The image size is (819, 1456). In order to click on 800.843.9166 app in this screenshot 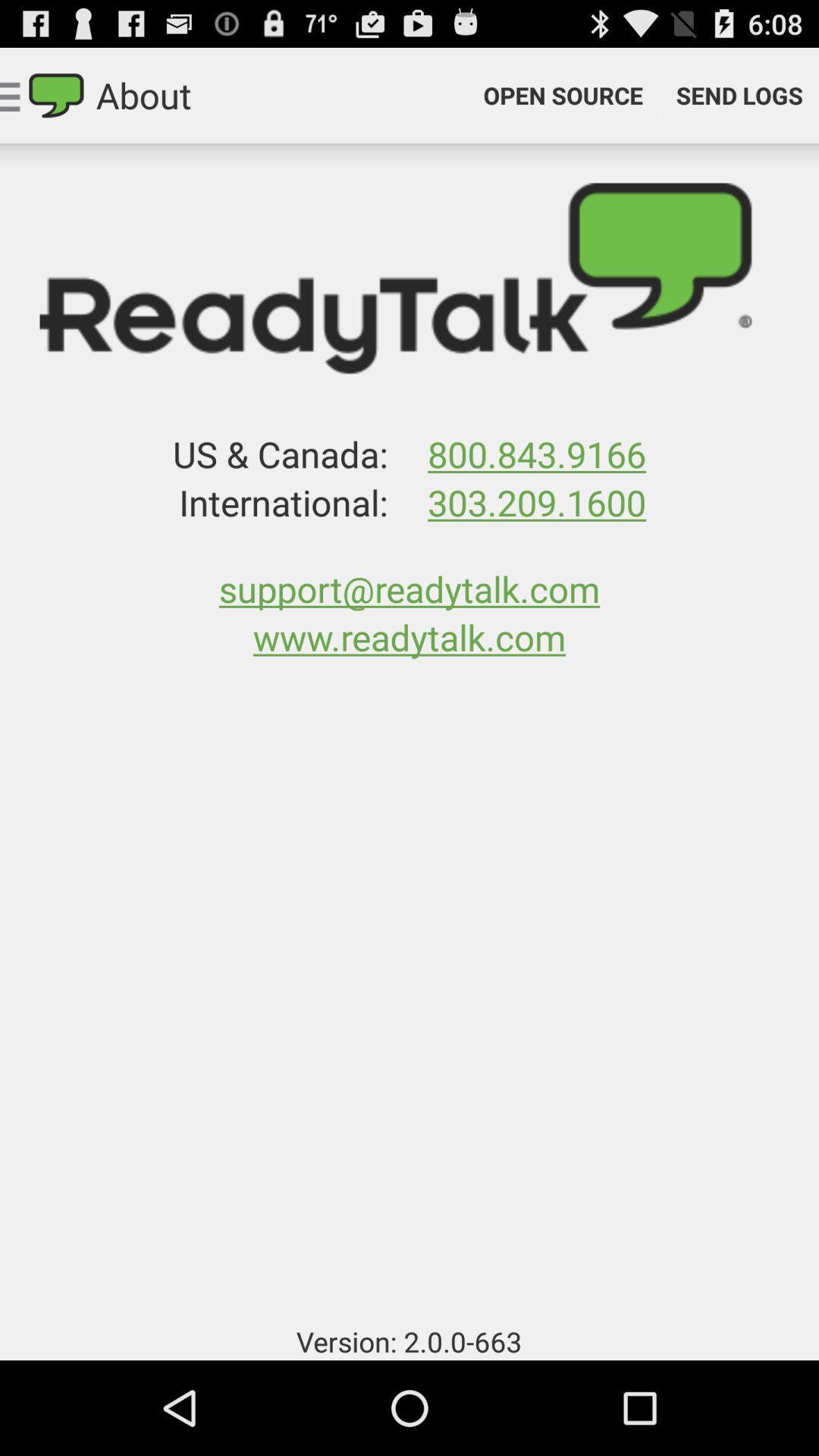, I will do `click(536, 453)`.